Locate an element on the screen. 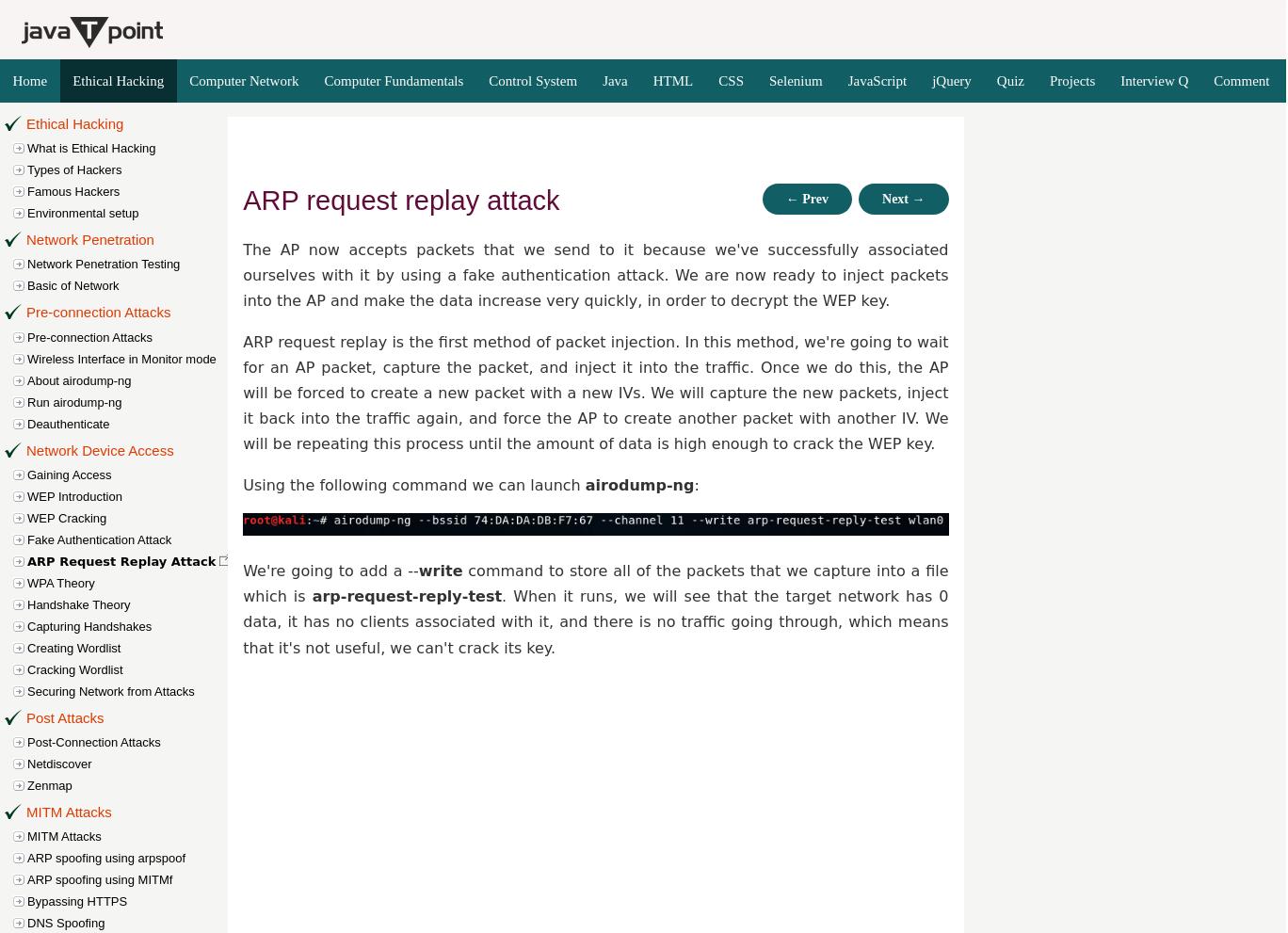 This screenshot has width=1288, height=933. ':' is located at coordinates (693, 484).